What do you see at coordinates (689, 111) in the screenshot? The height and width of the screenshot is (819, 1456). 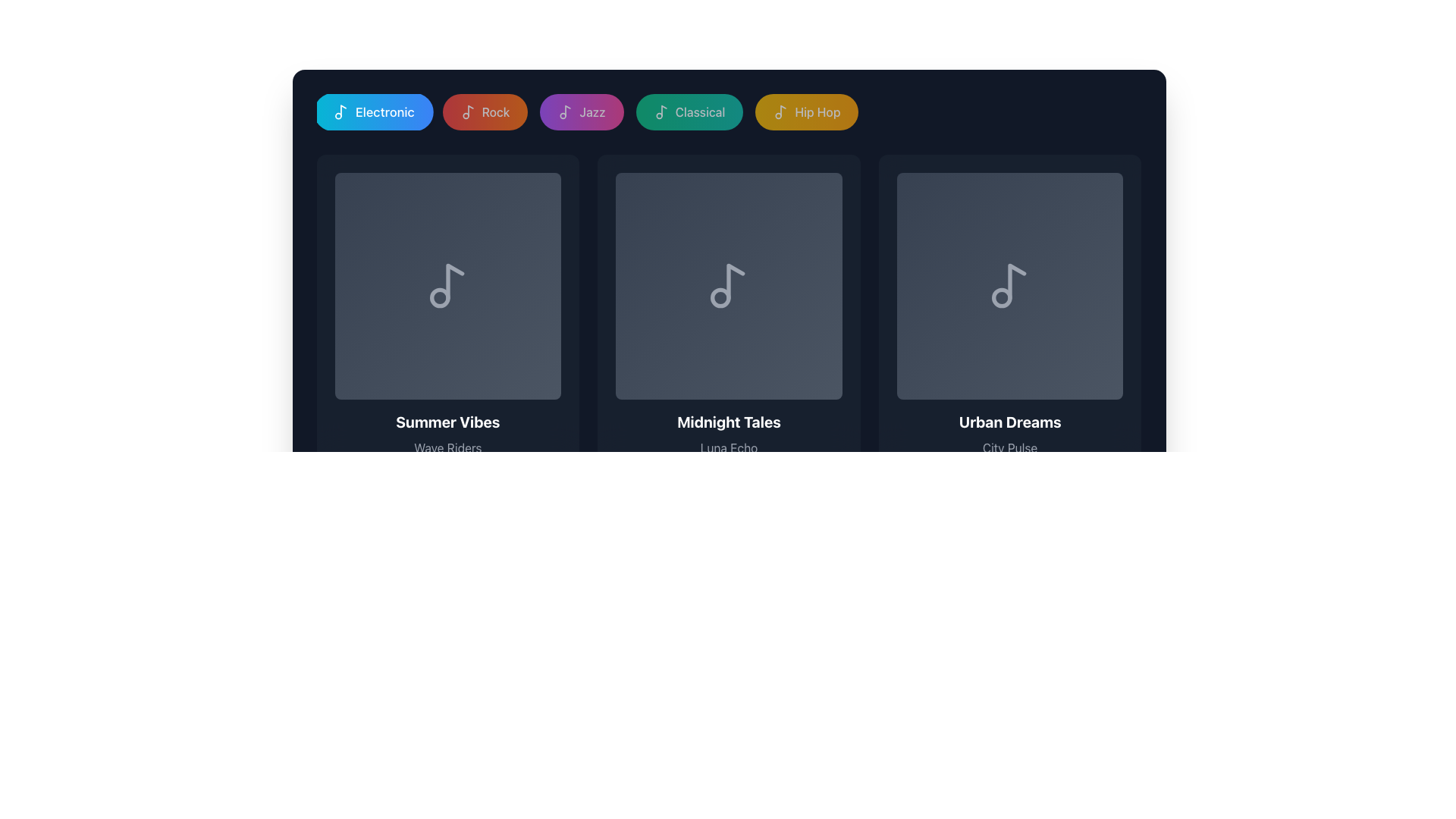 I see `the 'Classical' genre filter button, which is the fourth button in a row of genre buttons above the main content, located between the 'Jazz' and 'Hip Hop' buttons` at bounding box center [689, 111].